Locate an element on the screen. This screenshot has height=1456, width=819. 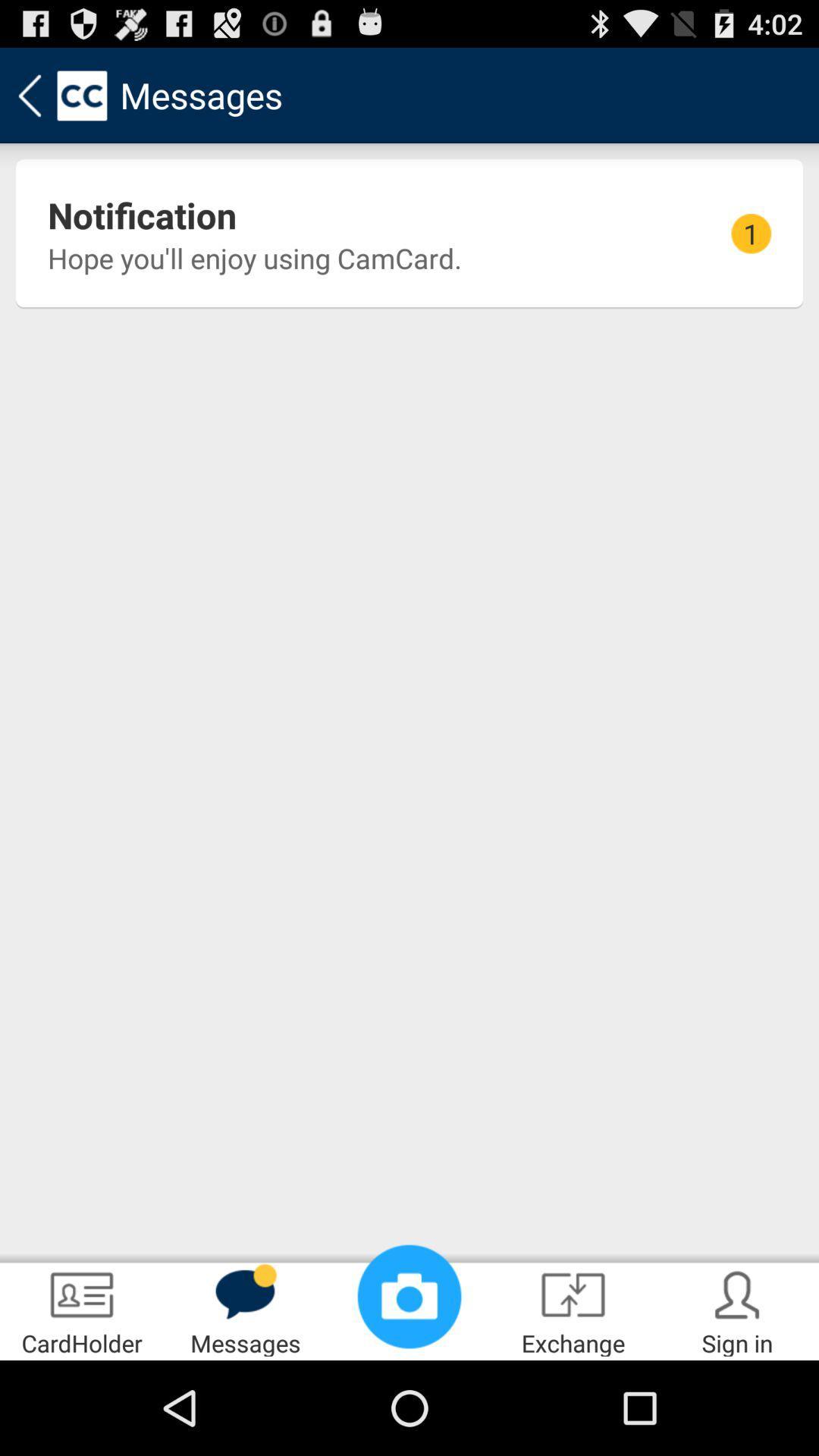
the item next to exchange app is located at coordinates (736, 1309).